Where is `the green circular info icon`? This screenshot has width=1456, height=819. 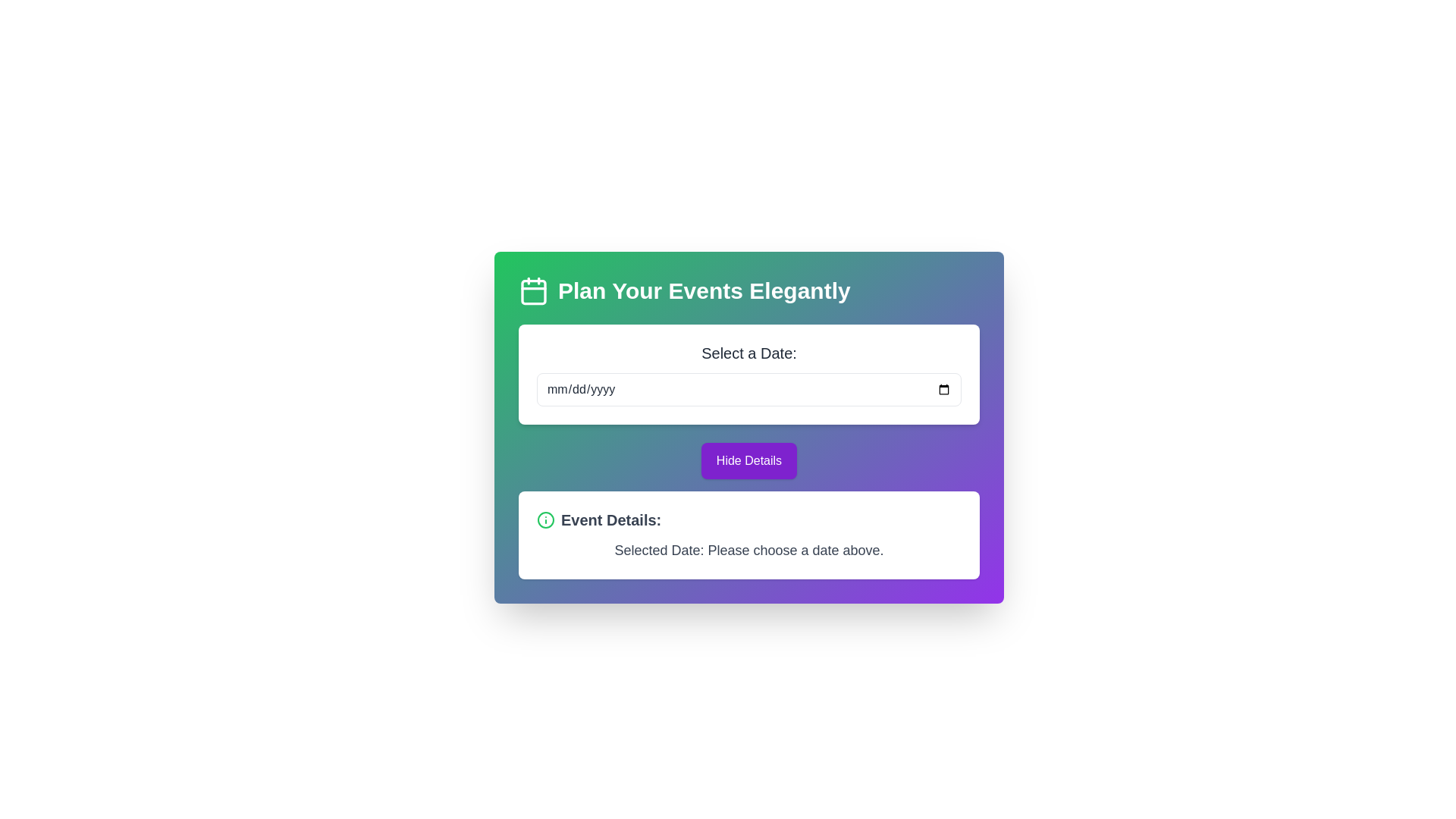 the green circular info icon is located at coordinates (546, 519).